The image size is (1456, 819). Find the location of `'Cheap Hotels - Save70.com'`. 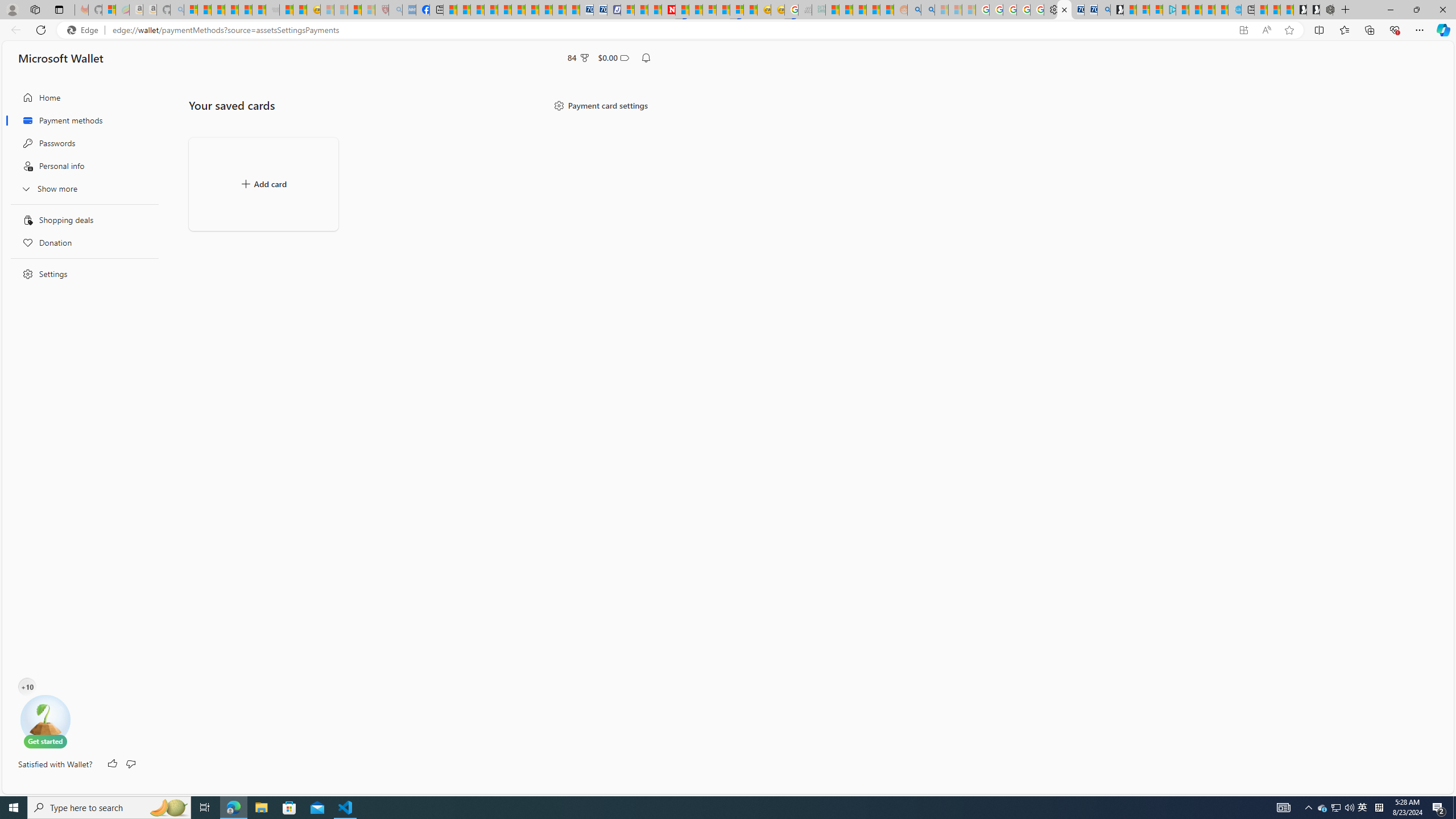

'Cheap Hotels - Save70.com' is located at coordinates (599, 9).